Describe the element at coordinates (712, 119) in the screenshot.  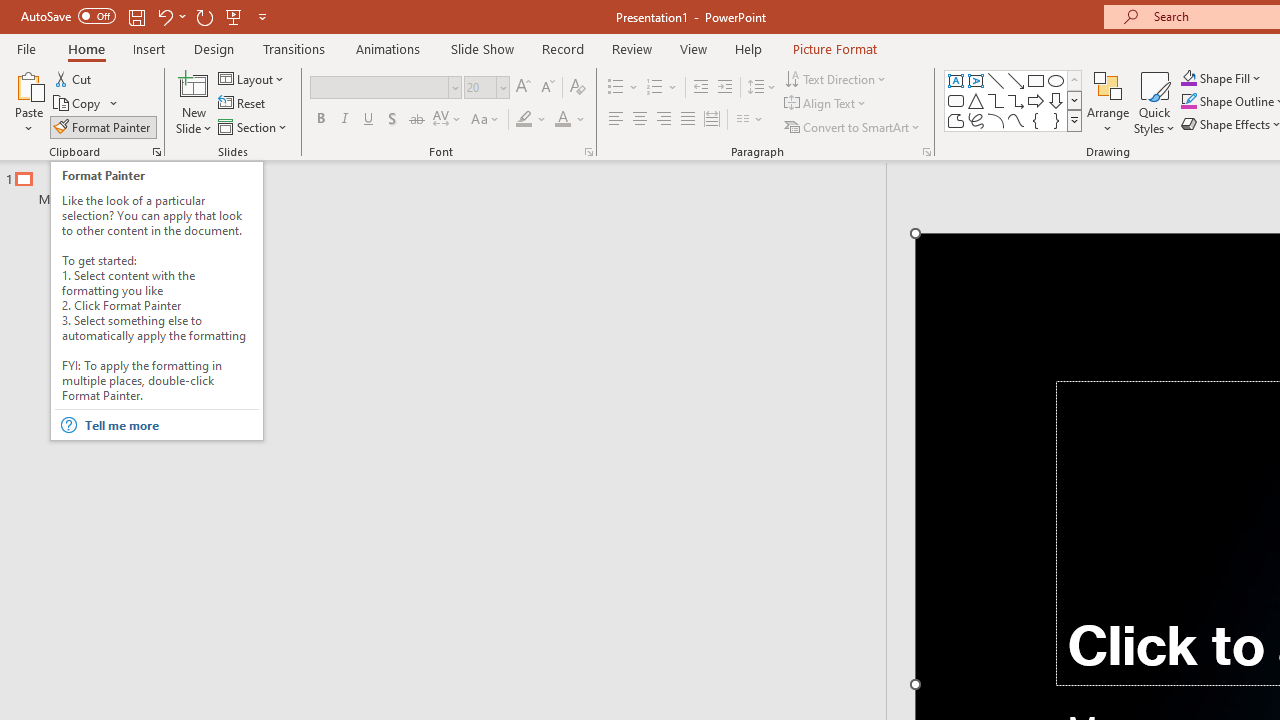
I see `'Distributed'` at that location.